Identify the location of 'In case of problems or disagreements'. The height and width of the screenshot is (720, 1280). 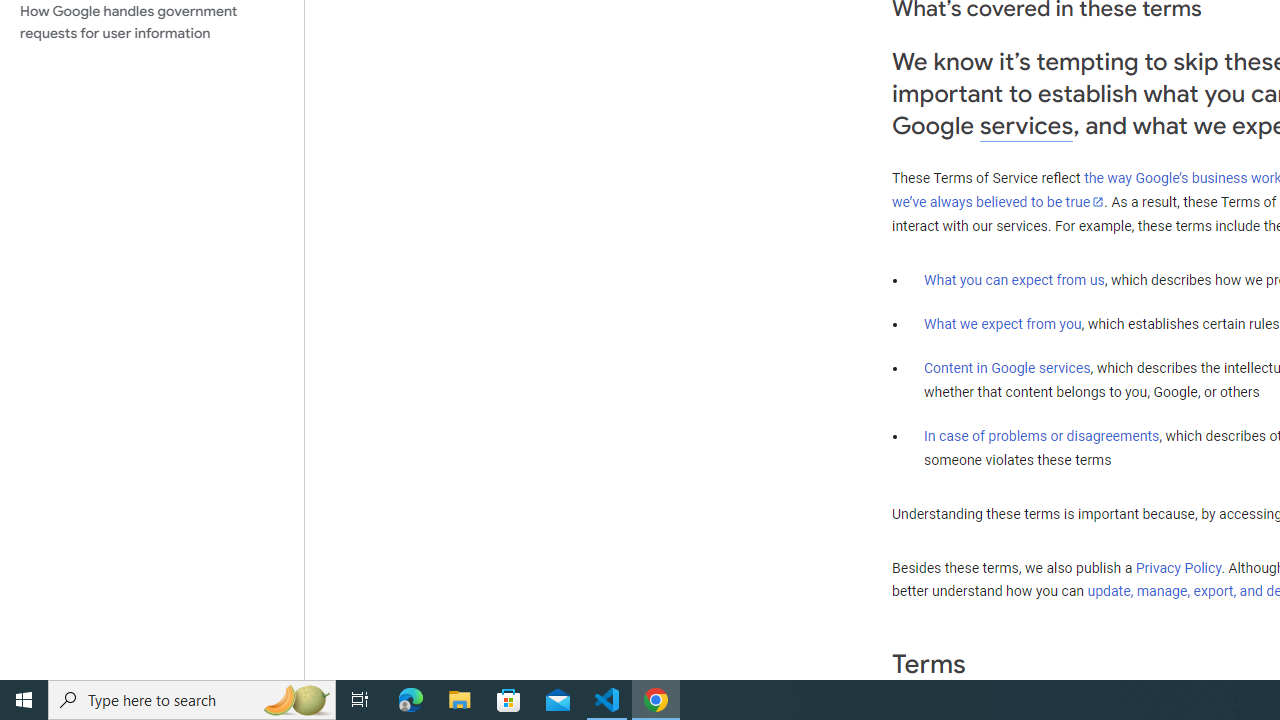
(1040, 434).